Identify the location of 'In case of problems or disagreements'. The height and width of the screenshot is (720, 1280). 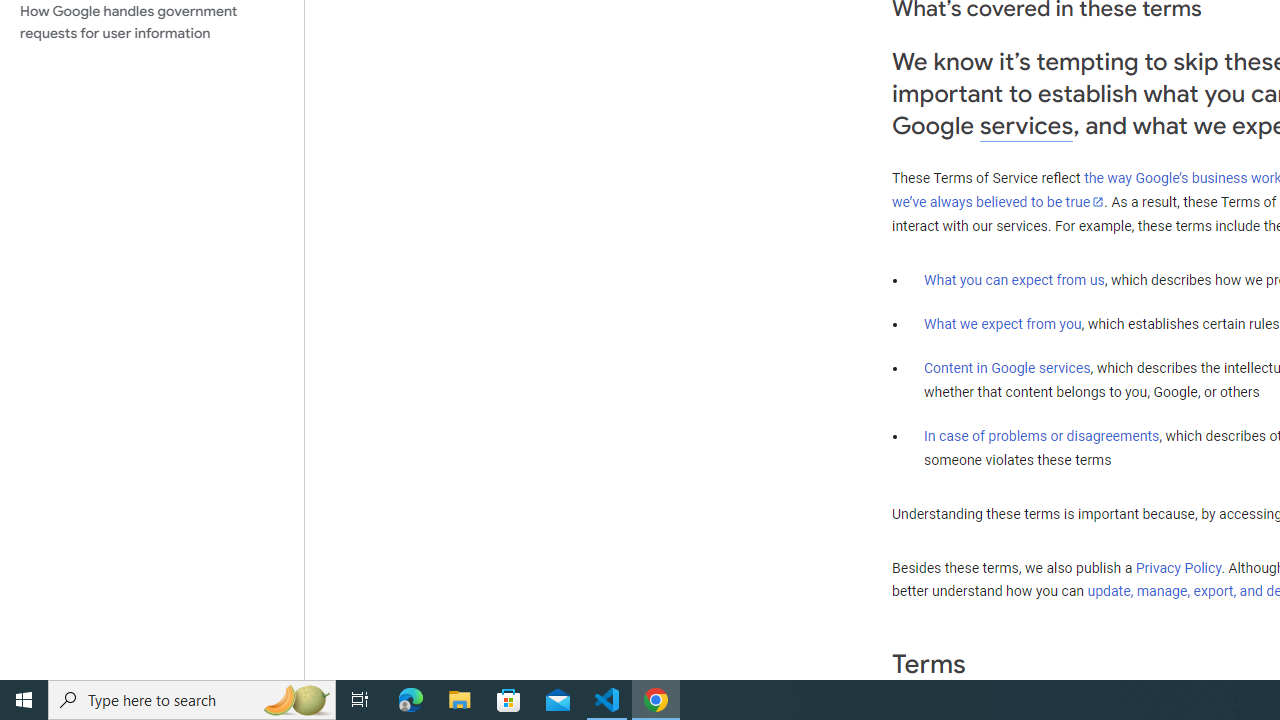
(1040, 434).